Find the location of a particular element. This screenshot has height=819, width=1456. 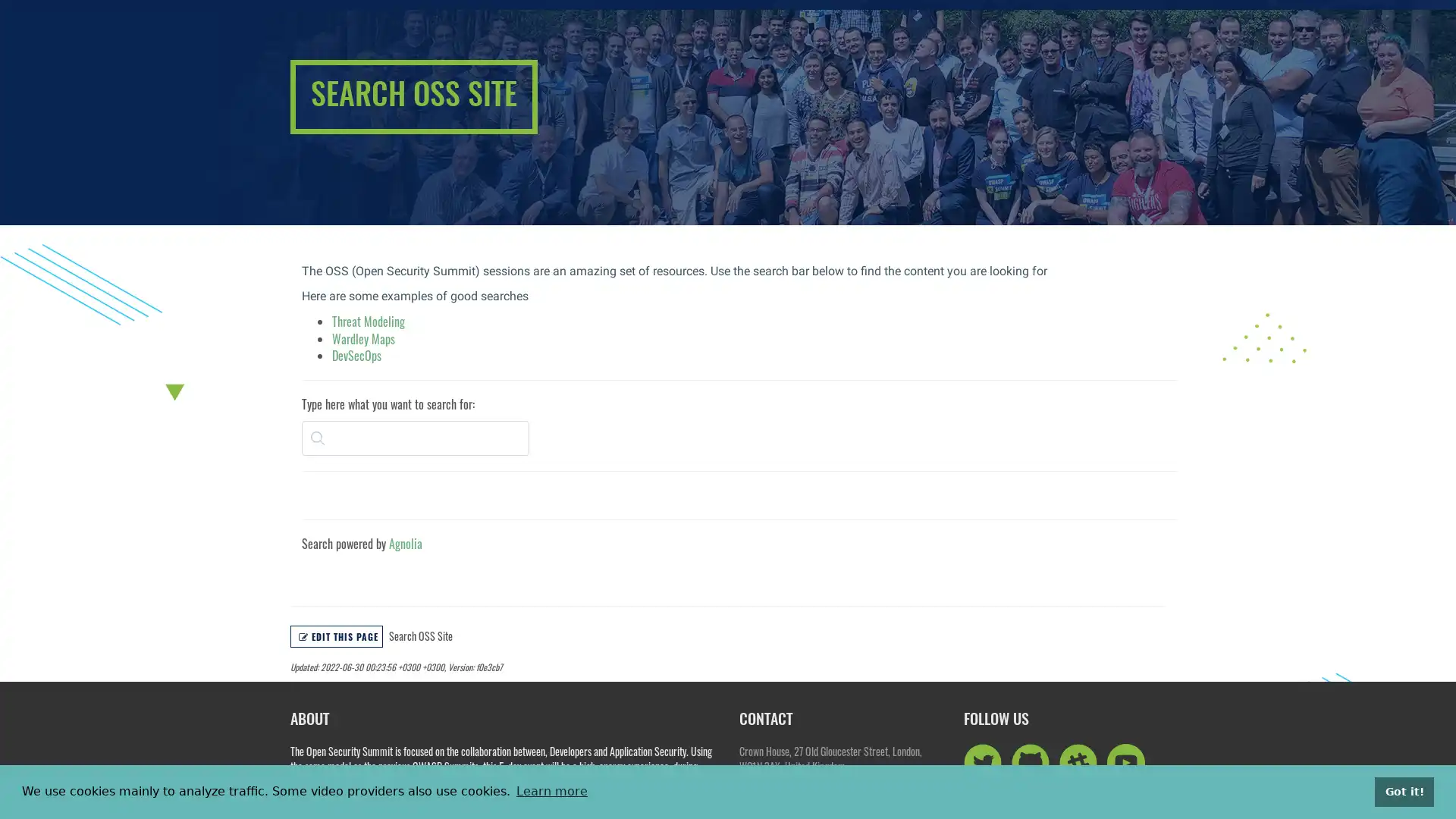

learn more about cookies is located at coordinates (551, 791).